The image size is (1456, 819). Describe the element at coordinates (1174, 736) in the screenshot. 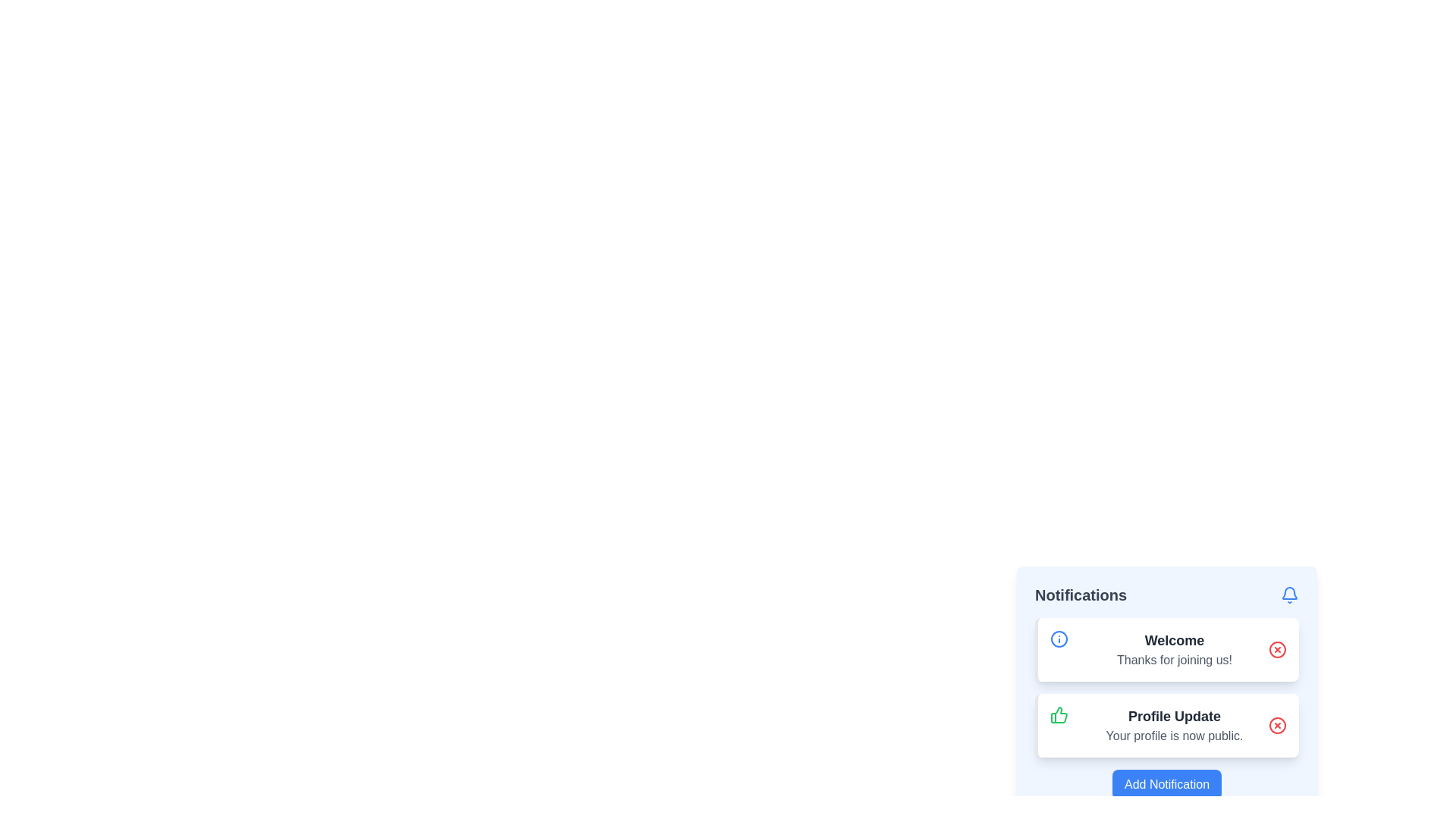

I see `text displayed in the element that states 'Your profile is now public.' It is styled in gray font and is located below 'Profile Update' in the Notifications panel` at that location.